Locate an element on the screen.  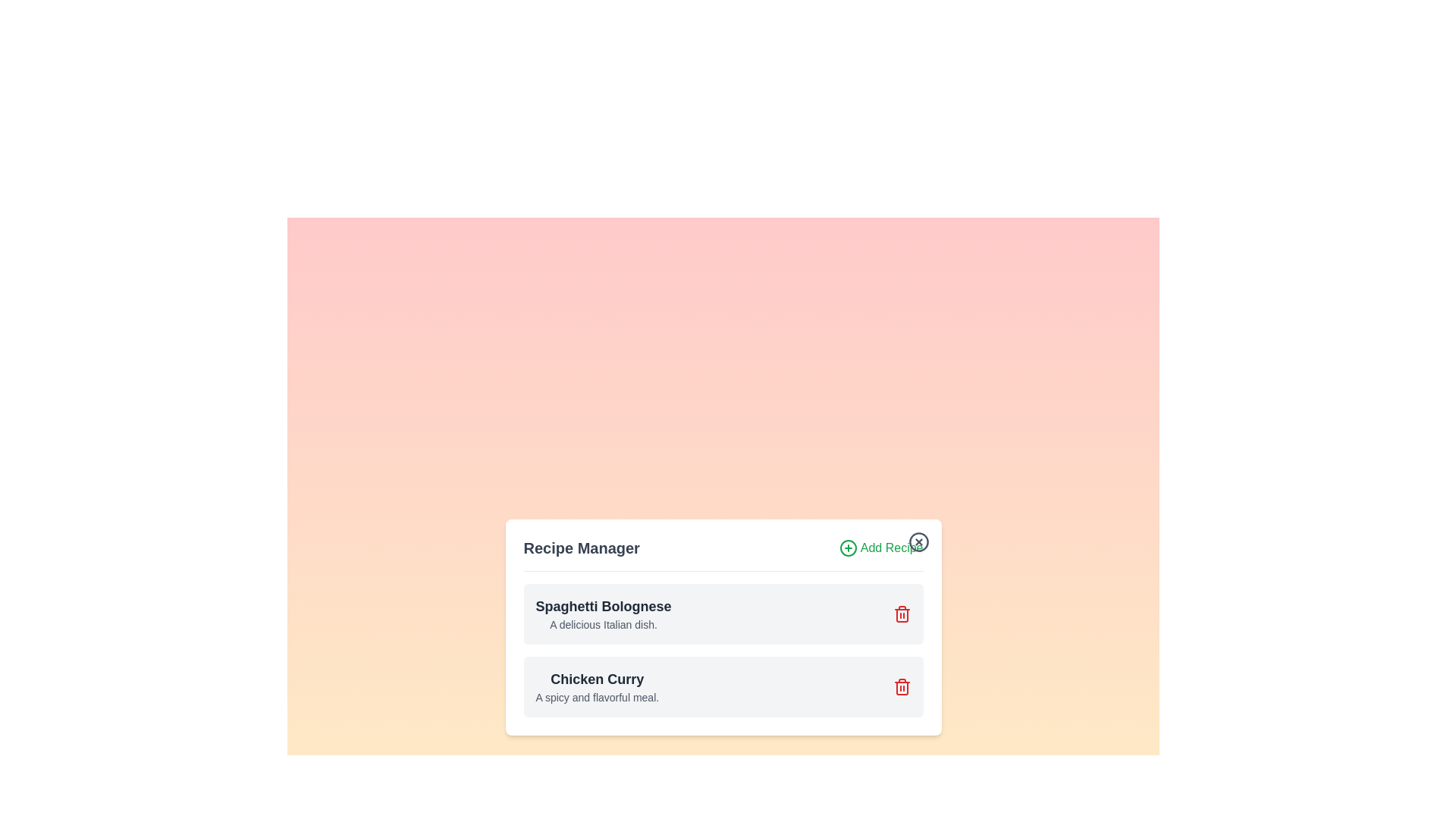
the SVG circle that serves as the 'close' or 'delete' icon located at the top-right corner of the 'Recipe Manager' card interface is located at coordinates (918, 541).